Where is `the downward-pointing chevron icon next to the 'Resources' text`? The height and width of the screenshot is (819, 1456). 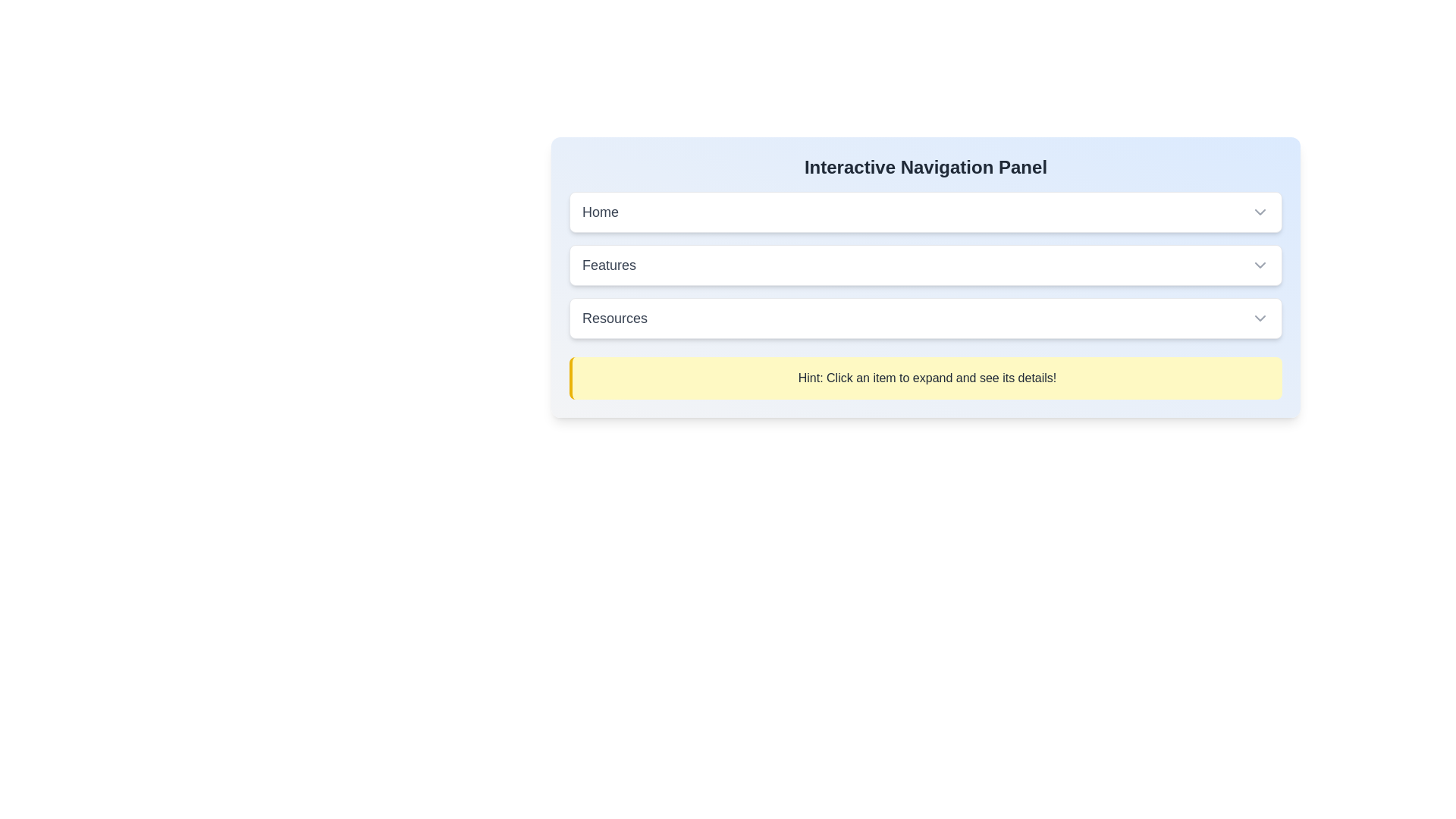 the downward-pointing chevron icon next to the 'Resources' text is located at coordinates (1260, 318).